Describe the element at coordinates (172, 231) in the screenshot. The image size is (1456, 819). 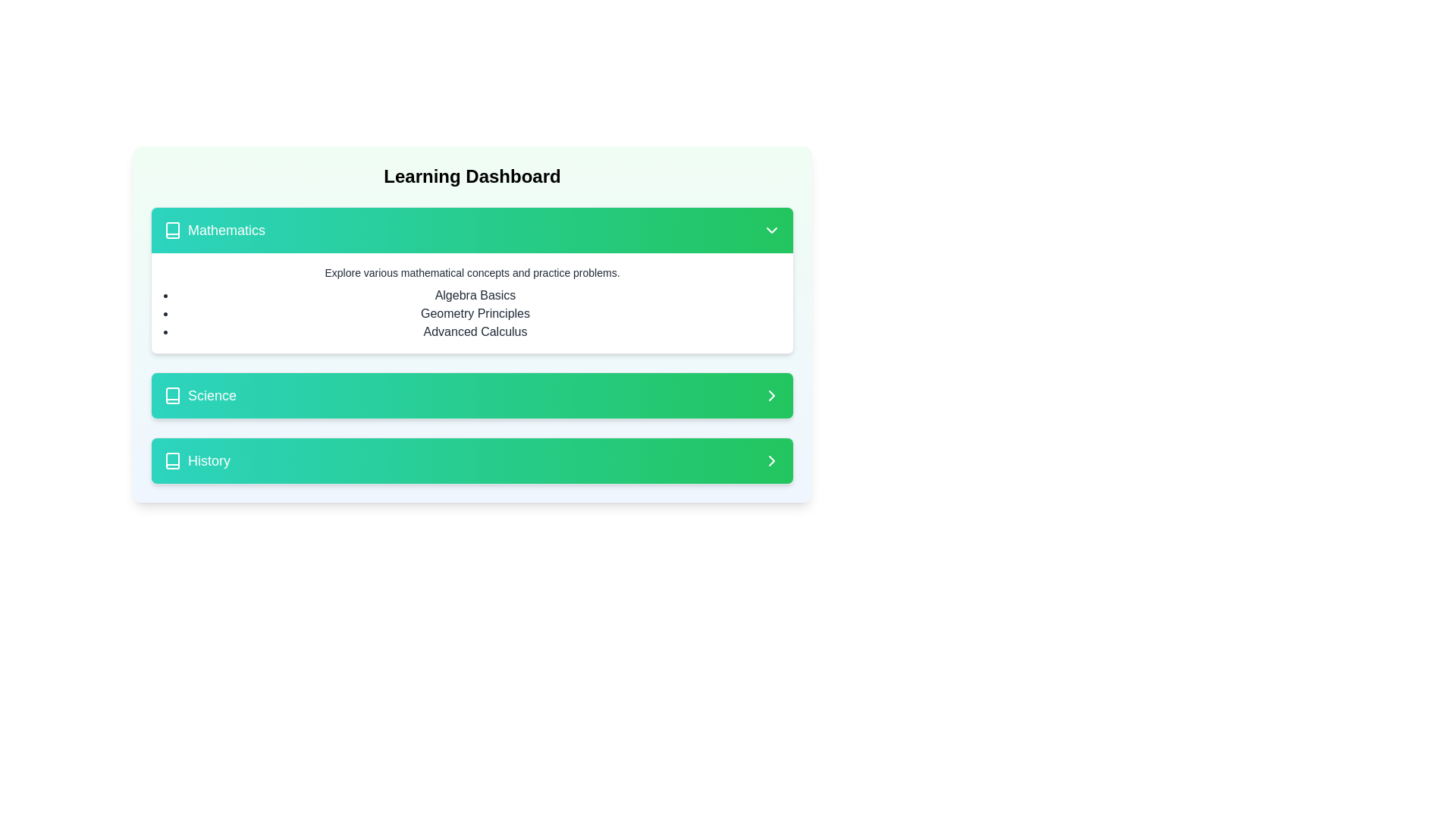
I see `the minimalistic book icon located near the top-left corner of the 'Mathematics' section header, aligned horizontally with the 'Mathematics' text label` at that location.